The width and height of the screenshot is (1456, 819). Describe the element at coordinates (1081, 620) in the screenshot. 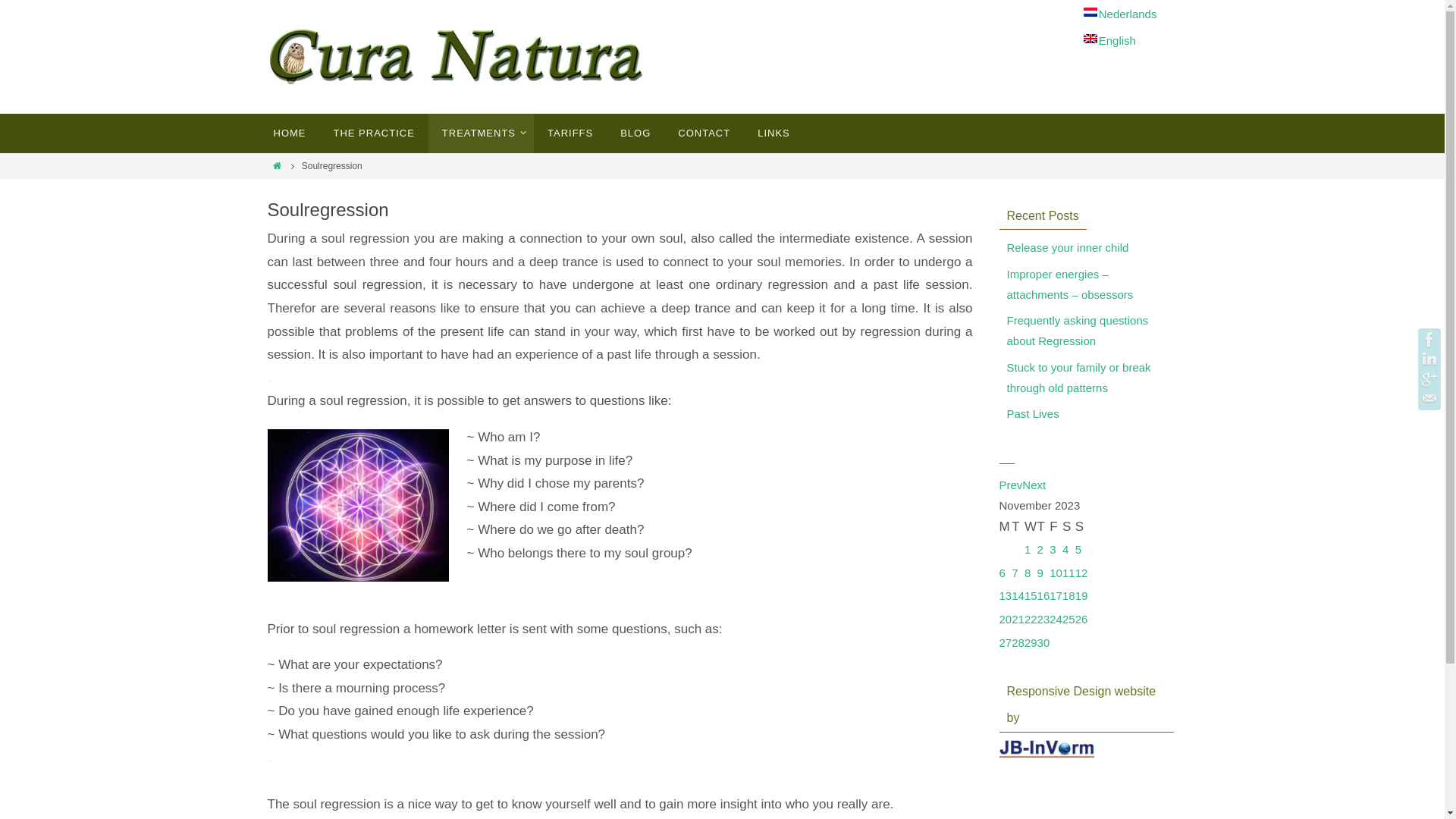

I see `'26'` at that location.